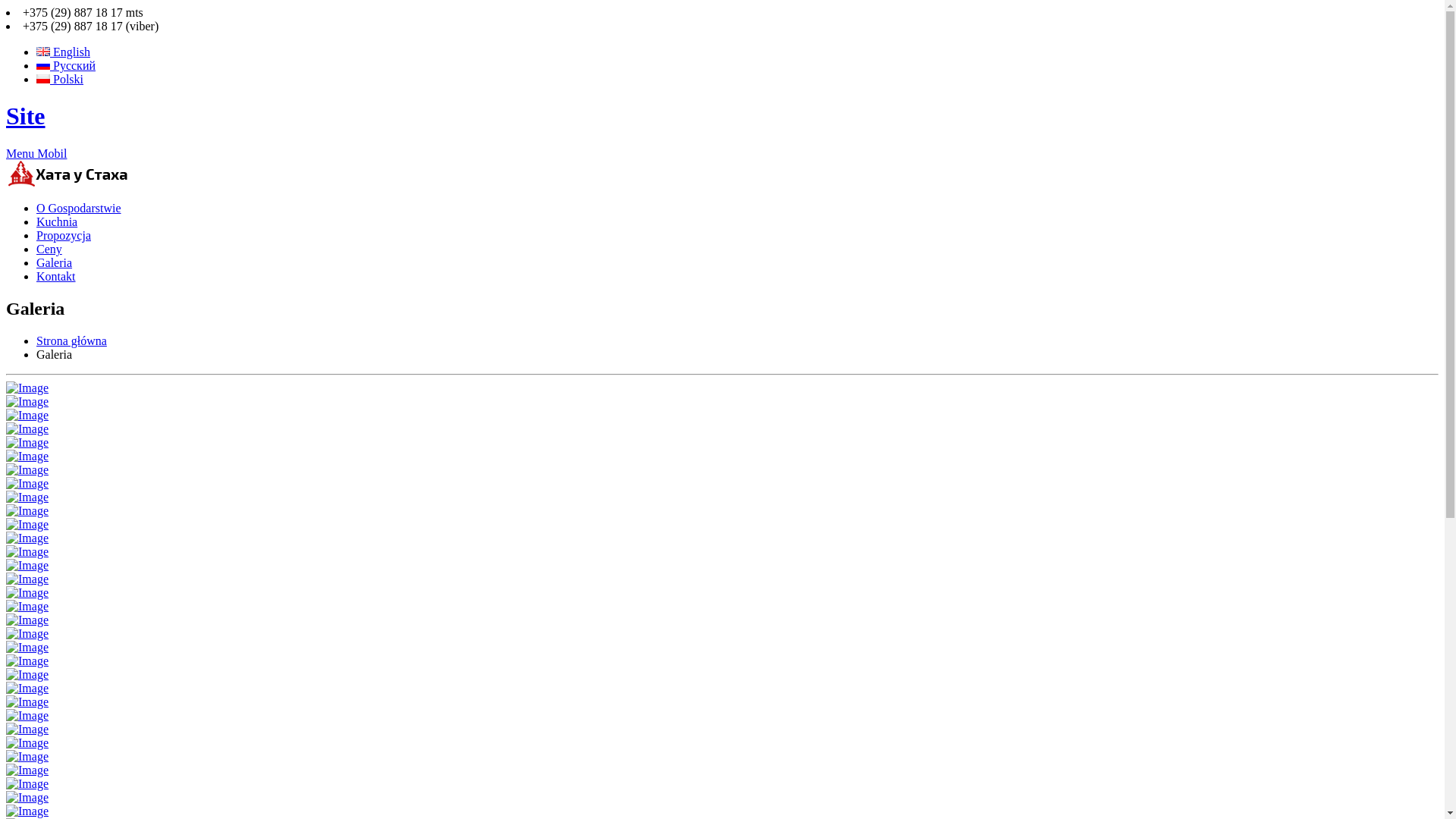  What do you see at coordinates (78, 208) in the screenshot?
I see `'O Gospodarstwie'` at bounding box center [78, 208].